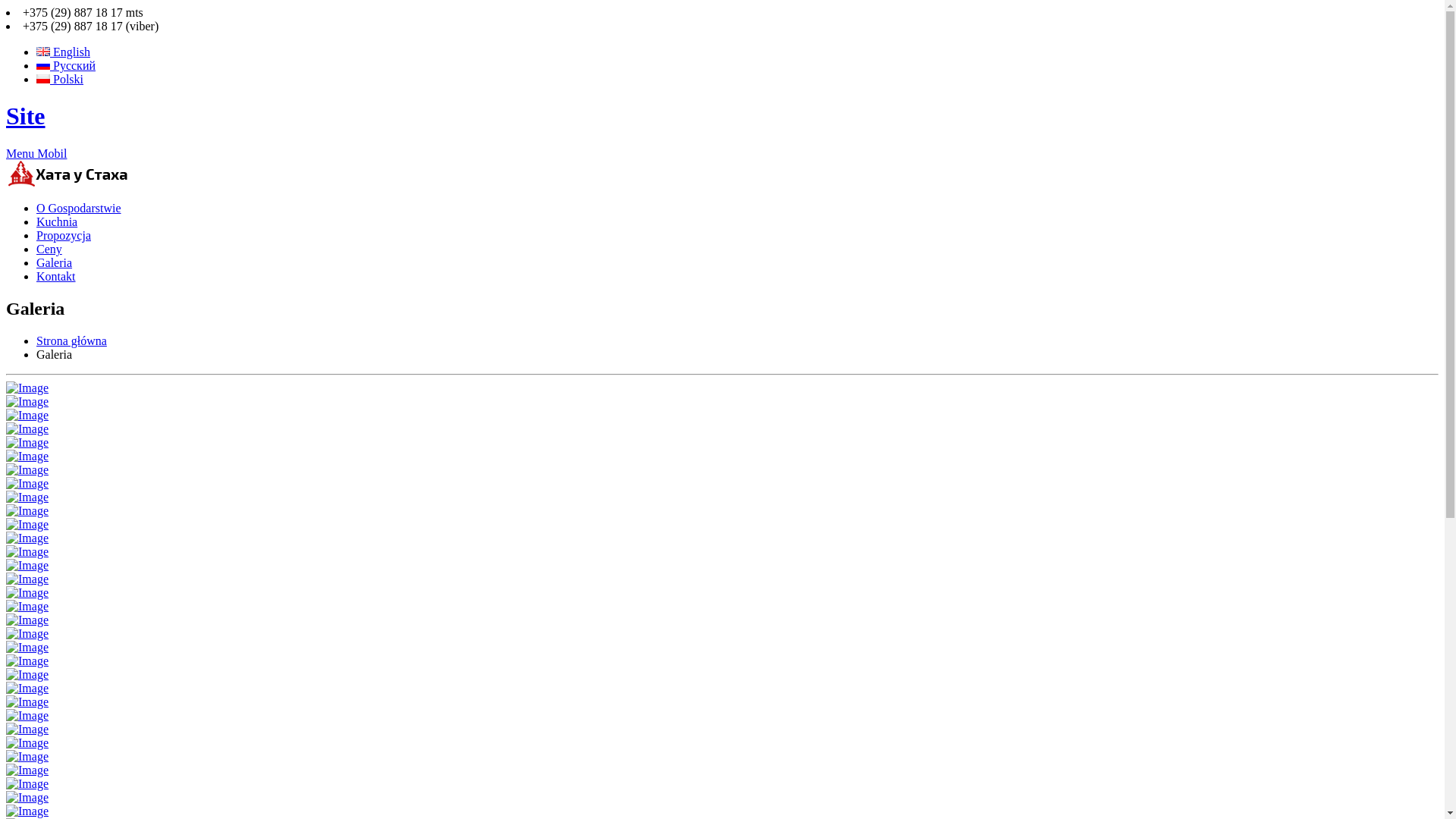  What do you see at coordinates (78, 208) in the screenshot?
I see `'O Gospodarstwie'` at bounding box center [78, 208].